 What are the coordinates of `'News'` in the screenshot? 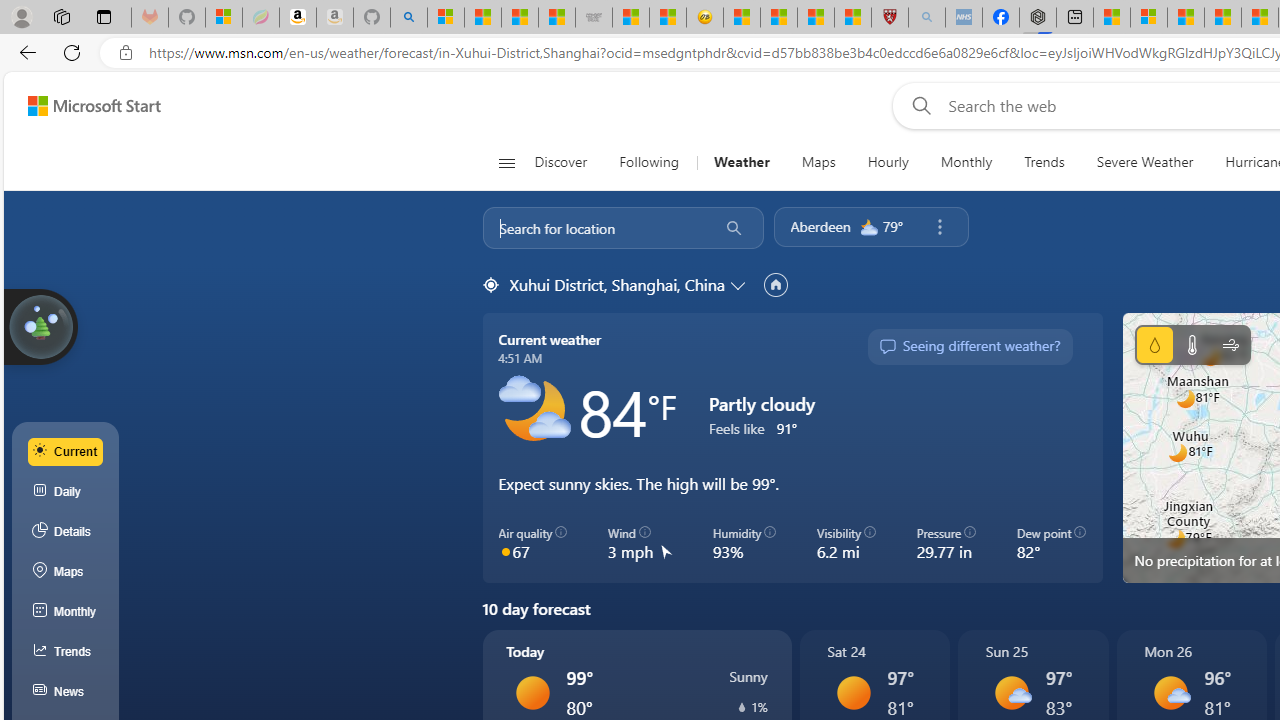 It's located at (65, 691).